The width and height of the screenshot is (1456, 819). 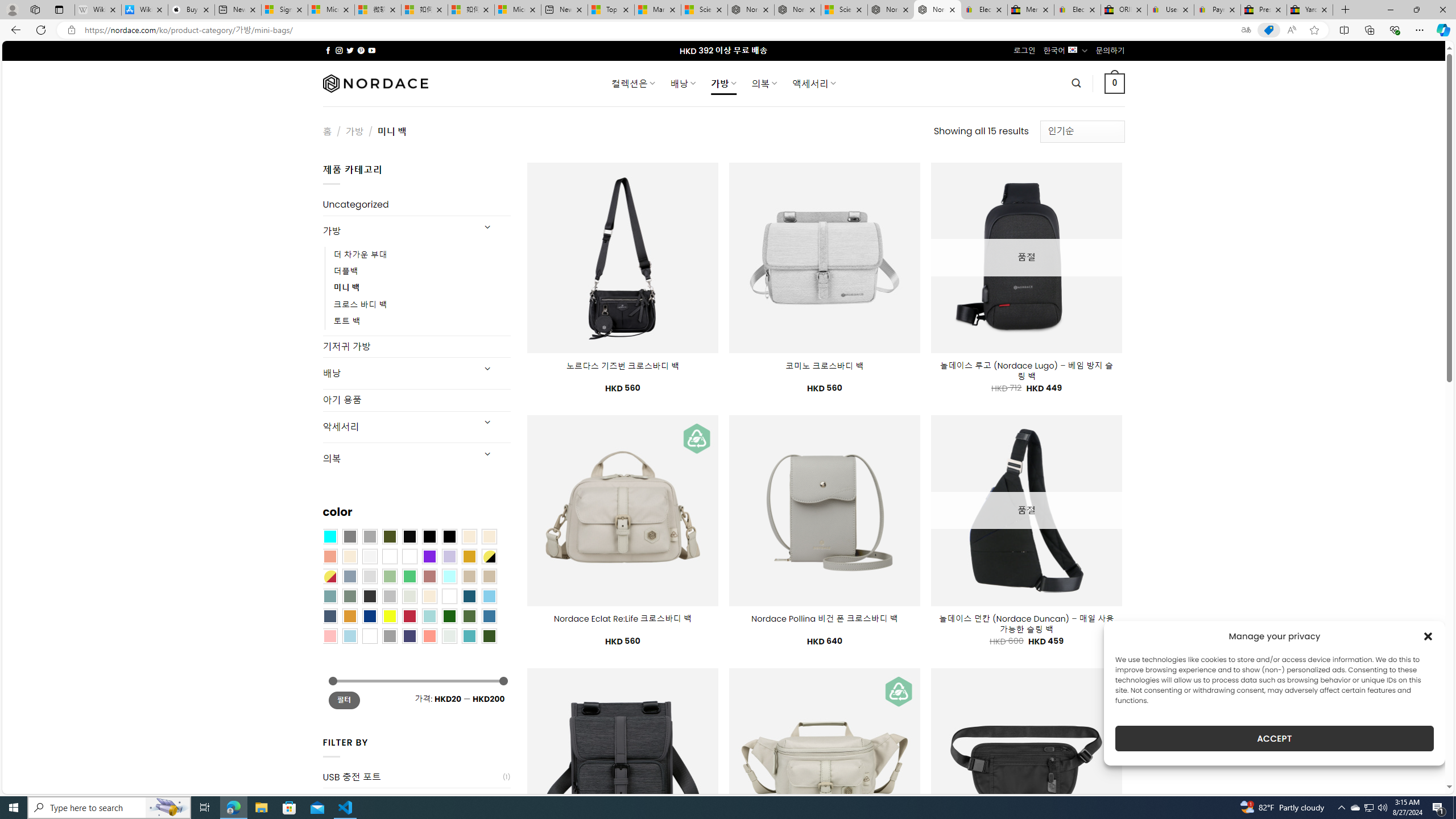 What do you see at coordinates (1246, 30) in the screenshot?
I see `'Show translate options'` at bounding box center [1246, 30].